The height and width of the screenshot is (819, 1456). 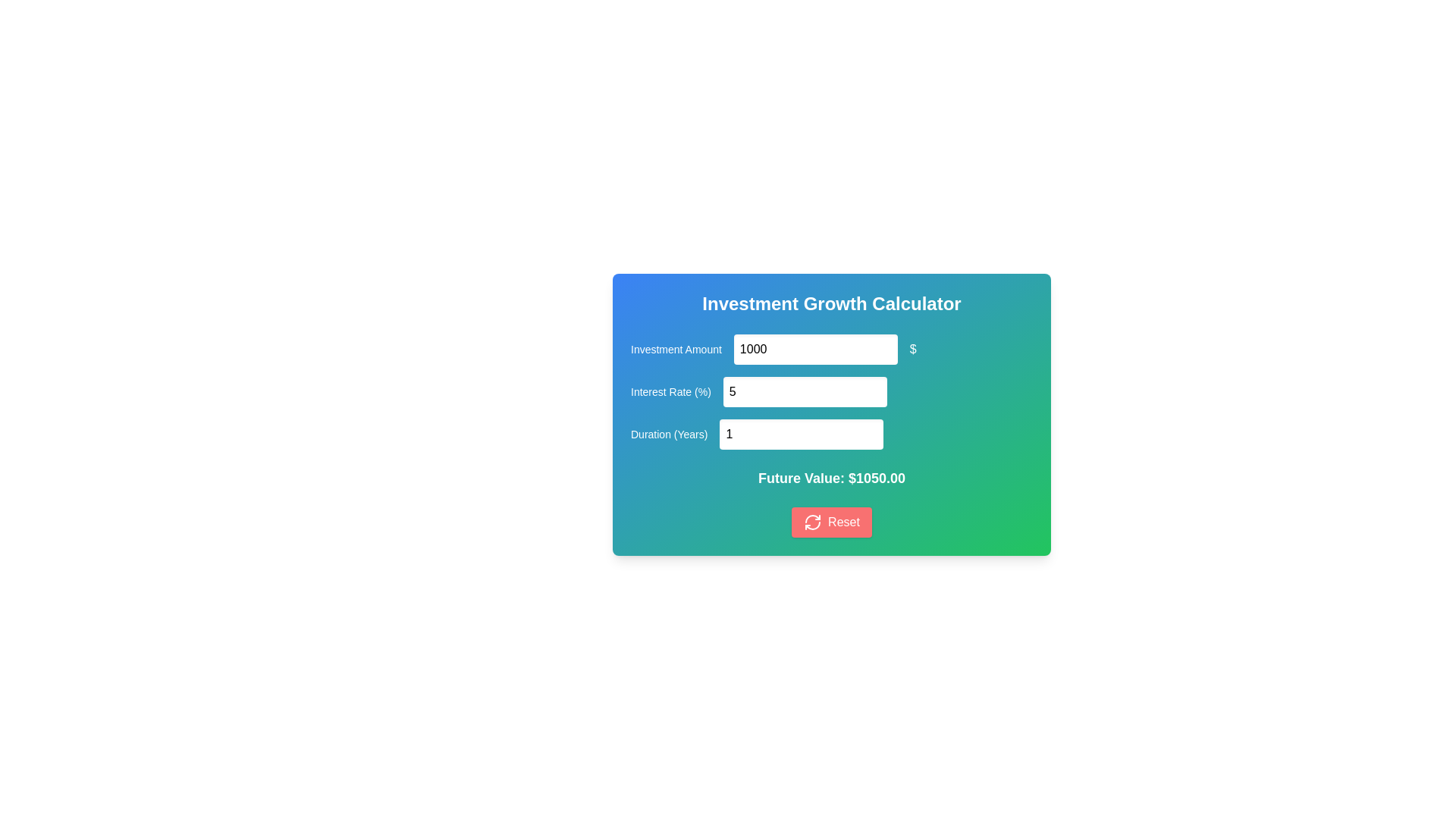 I want to click on the input fields of the Interactive calculator interface to enter data, so click(x=831, y=415).